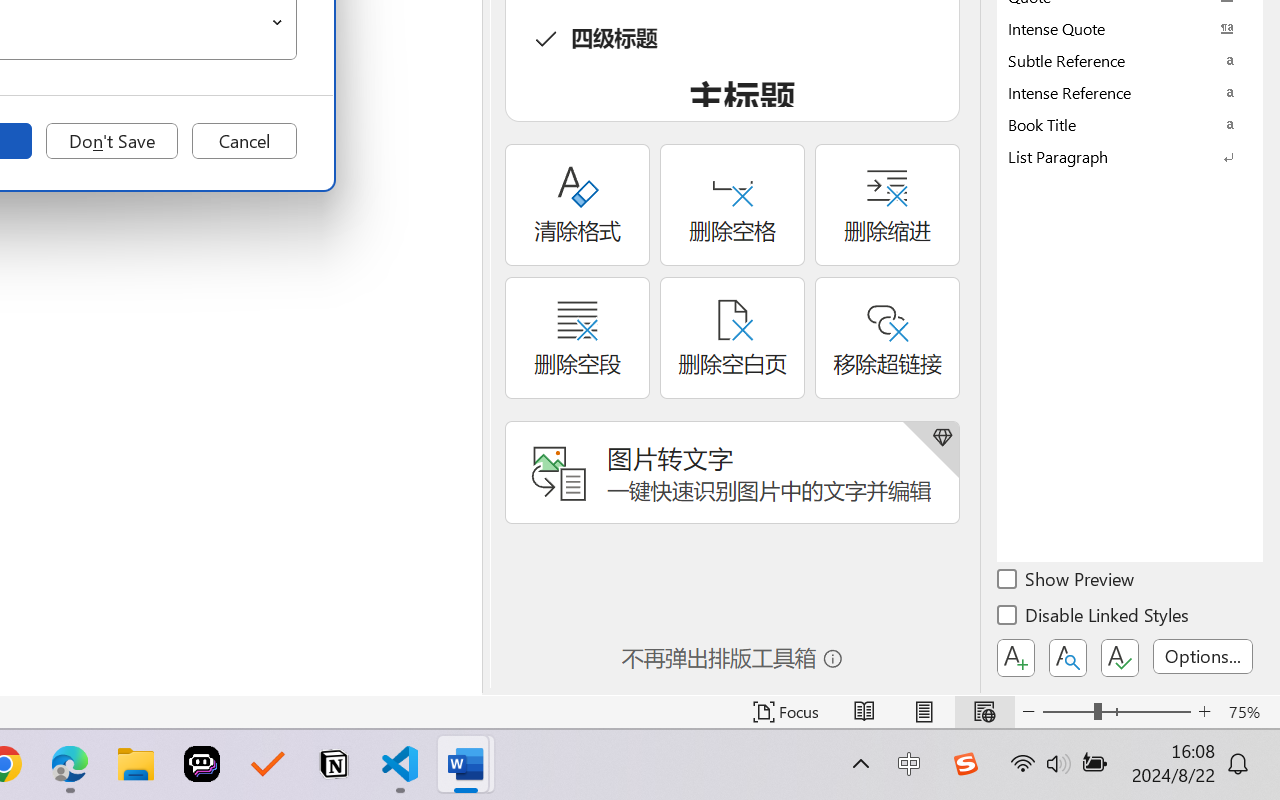 The width and height of the screenshot is (1280, 800). Describe the element at coordinates (334, 764) in the screenshot. I see `'Notion'` at that location.